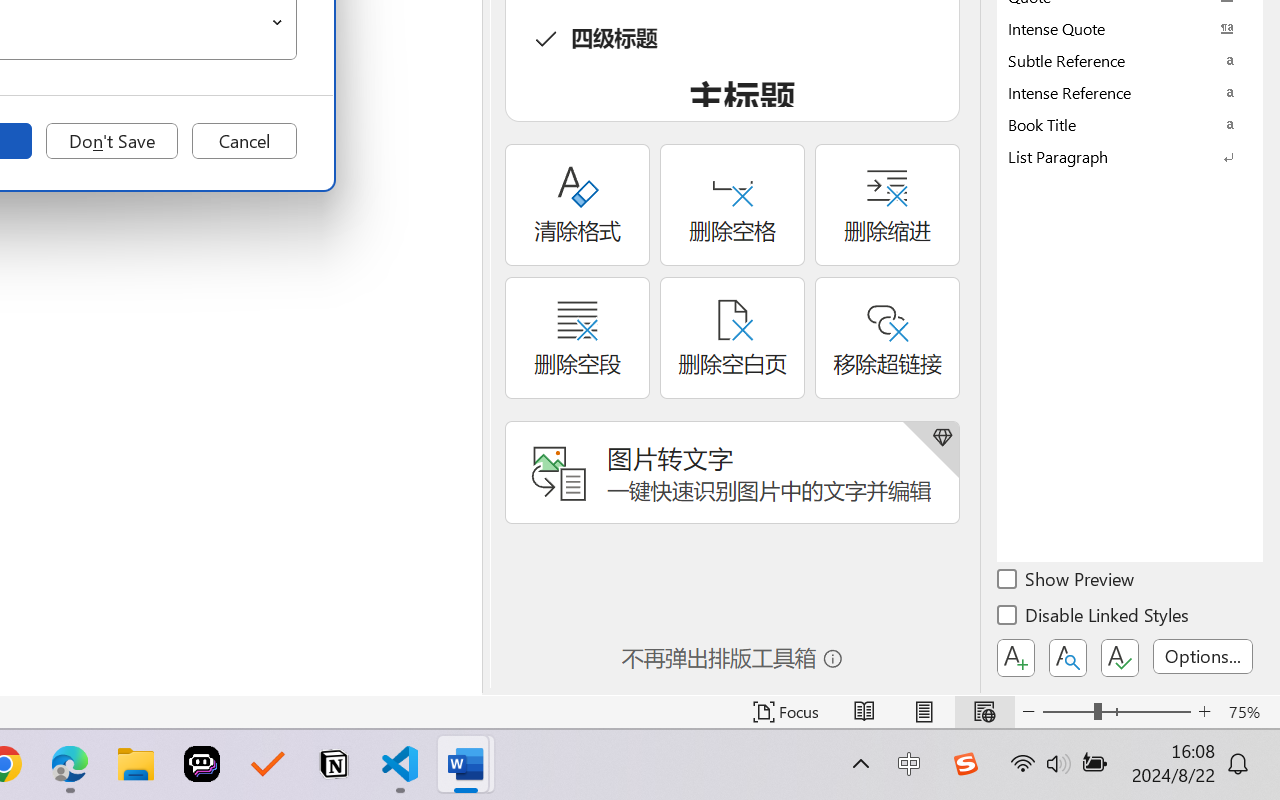 The width and height of the screenshot is (1280, 800). Describe the element at coordinates (334, 764) in the screenshot. I see `'Notion'` at that location.